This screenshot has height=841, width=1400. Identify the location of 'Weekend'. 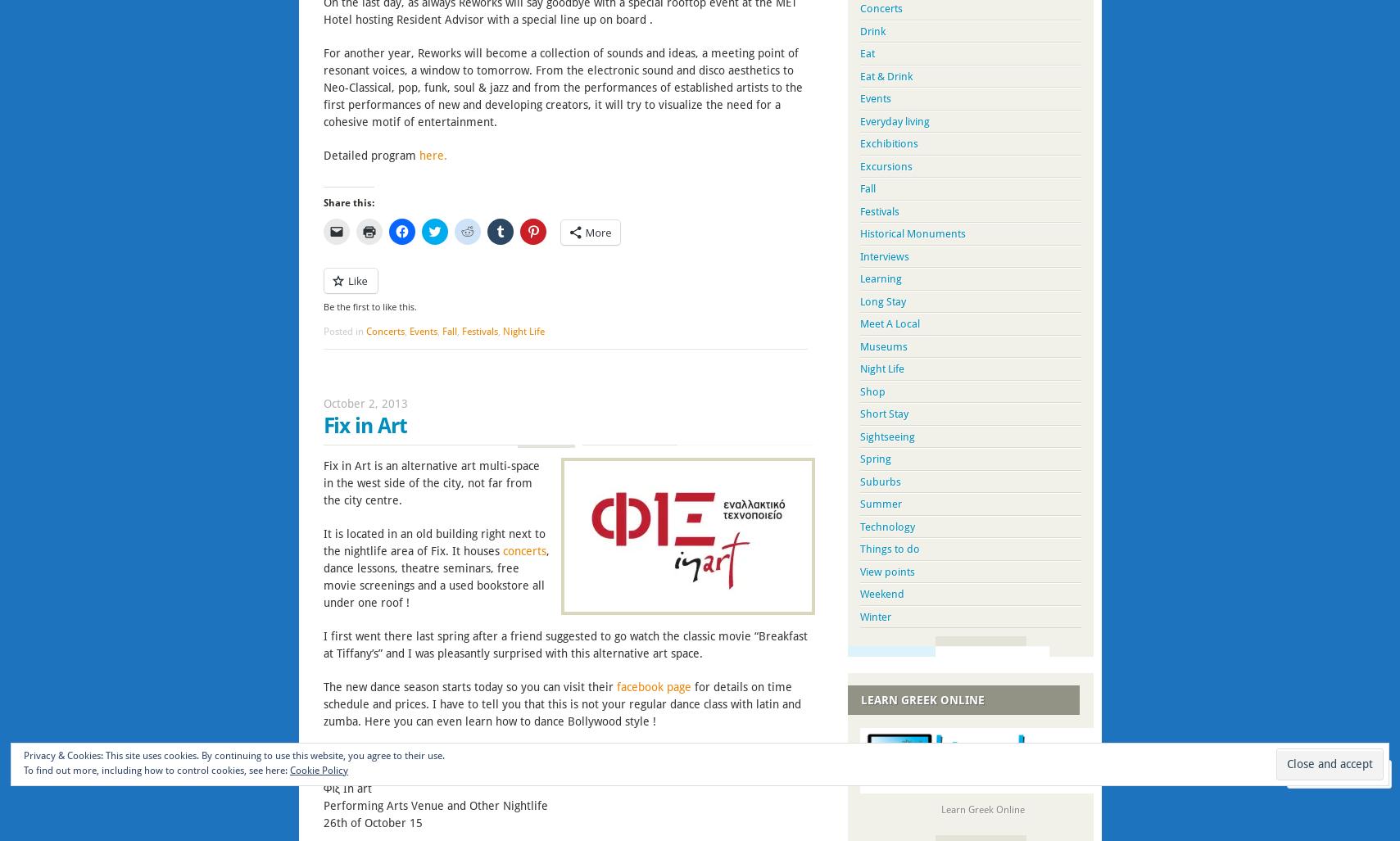
(881, 594).